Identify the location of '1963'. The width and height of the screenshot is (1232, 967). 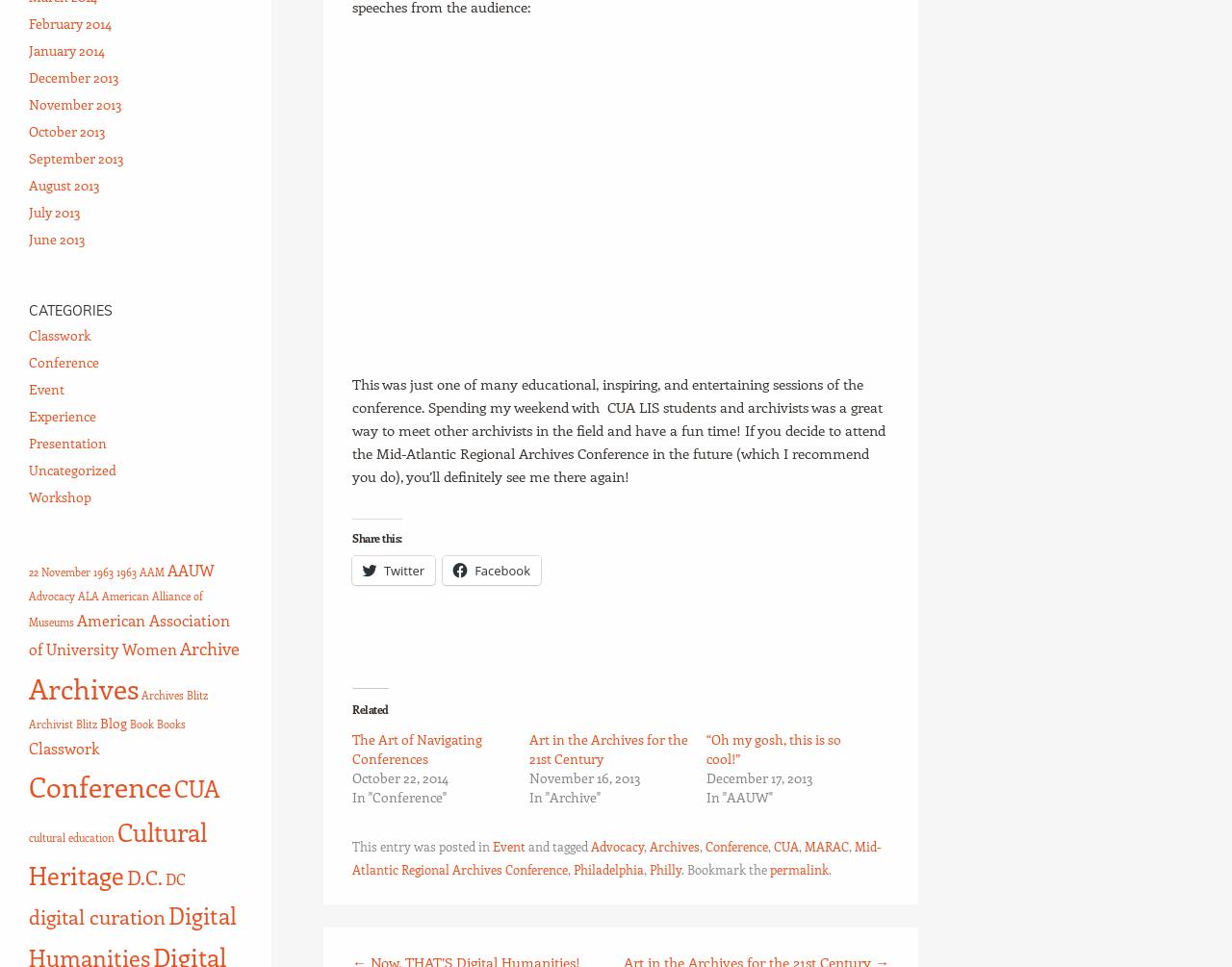
(125, 571).